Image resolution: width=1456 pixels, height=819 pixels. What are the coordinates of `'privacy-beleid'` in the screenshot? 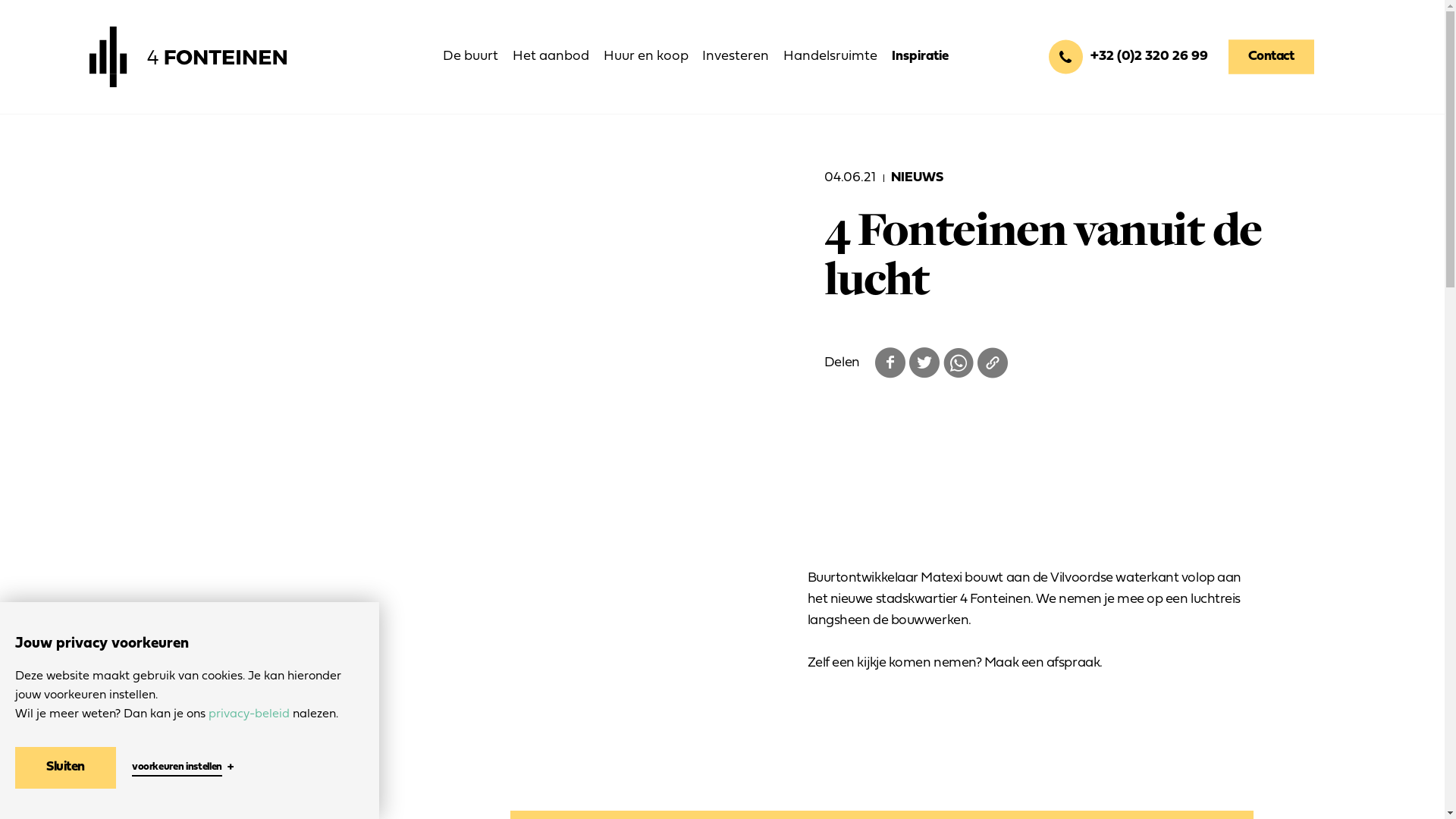 It's located at (249, 714).